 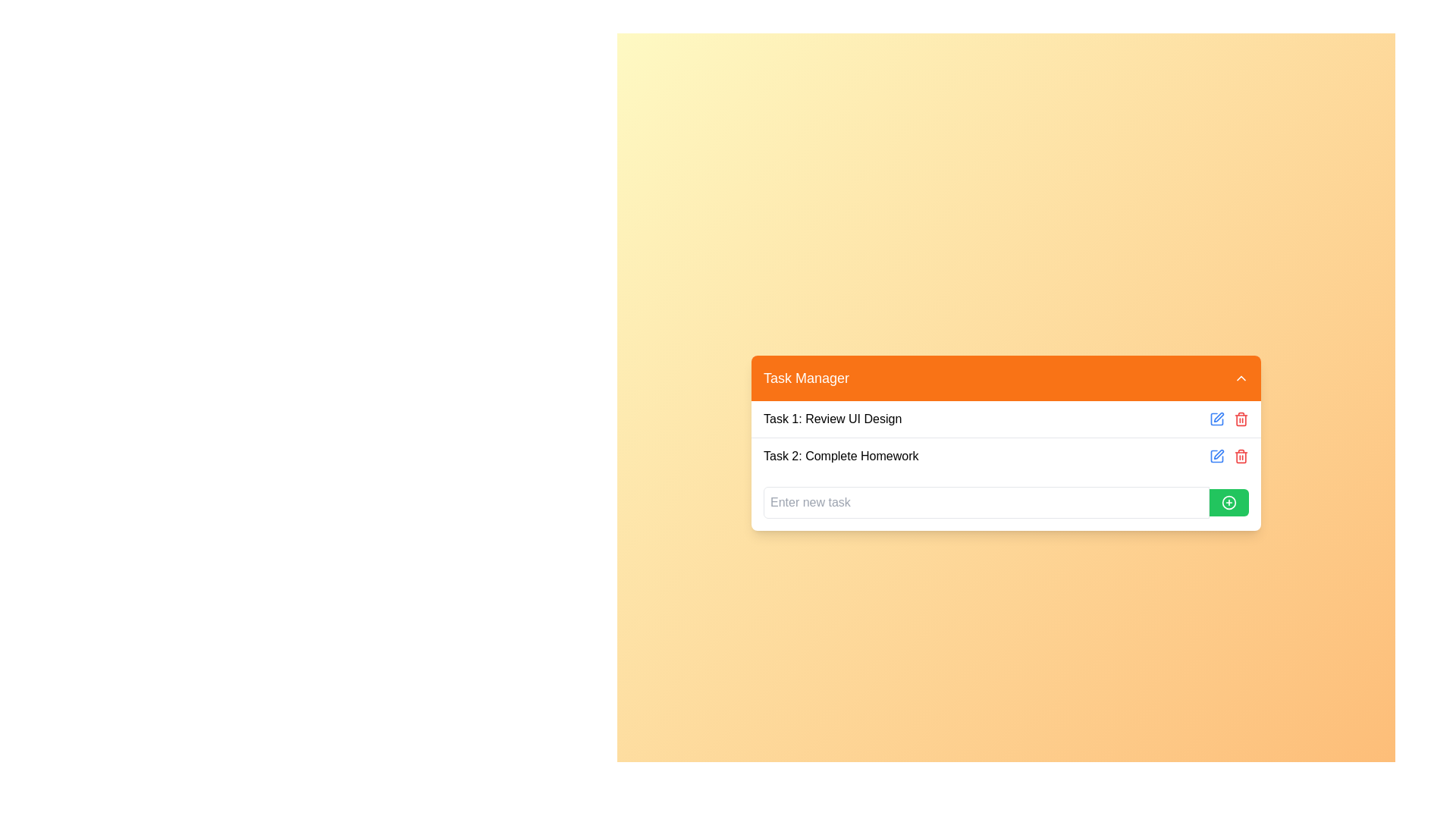 I want to click on the circular '+' icon button located at the bottom-right corner of the task management interface, which features a green background and a thin white stroke, so click(x=1229, y=502).